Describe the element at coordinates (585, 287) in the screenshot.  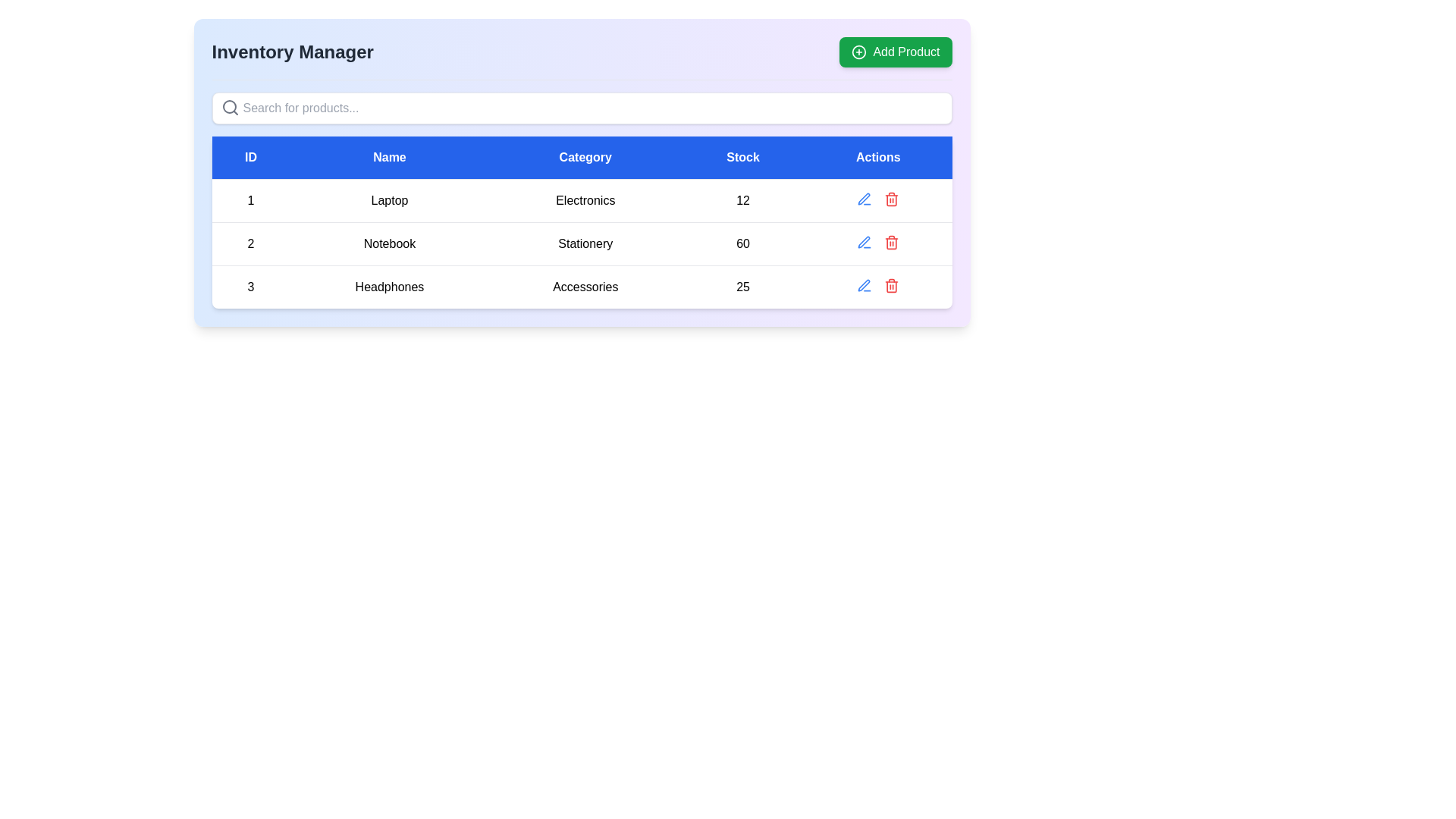
I see `the text element displaying 'Accessories' located in the third row under the 'Category' column of the data table` at that location.